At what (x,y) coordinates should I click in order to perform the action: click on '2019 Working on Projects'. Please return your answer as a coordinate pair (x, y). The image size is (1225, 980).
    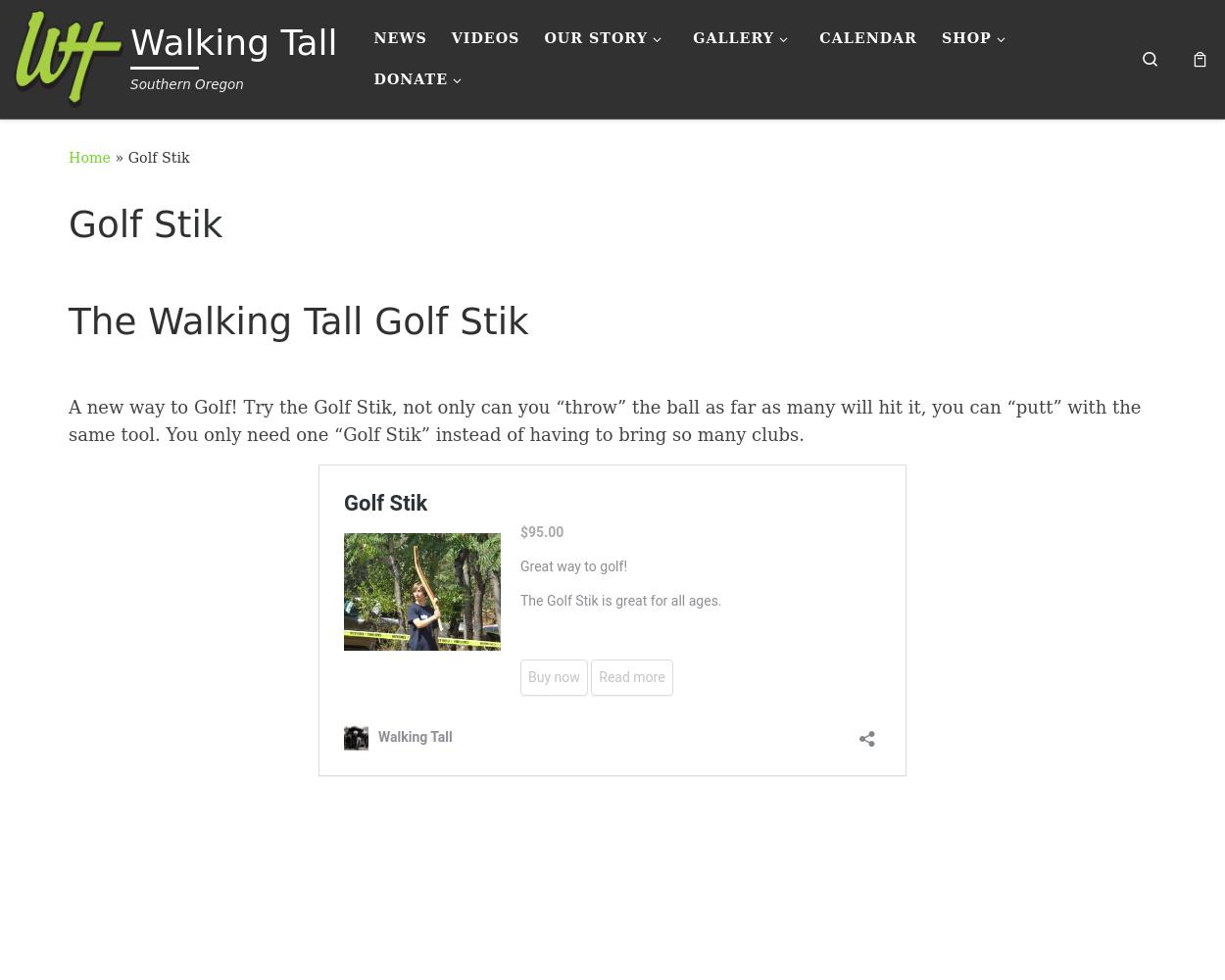
    Looking at the image, I should click on (846, 312).